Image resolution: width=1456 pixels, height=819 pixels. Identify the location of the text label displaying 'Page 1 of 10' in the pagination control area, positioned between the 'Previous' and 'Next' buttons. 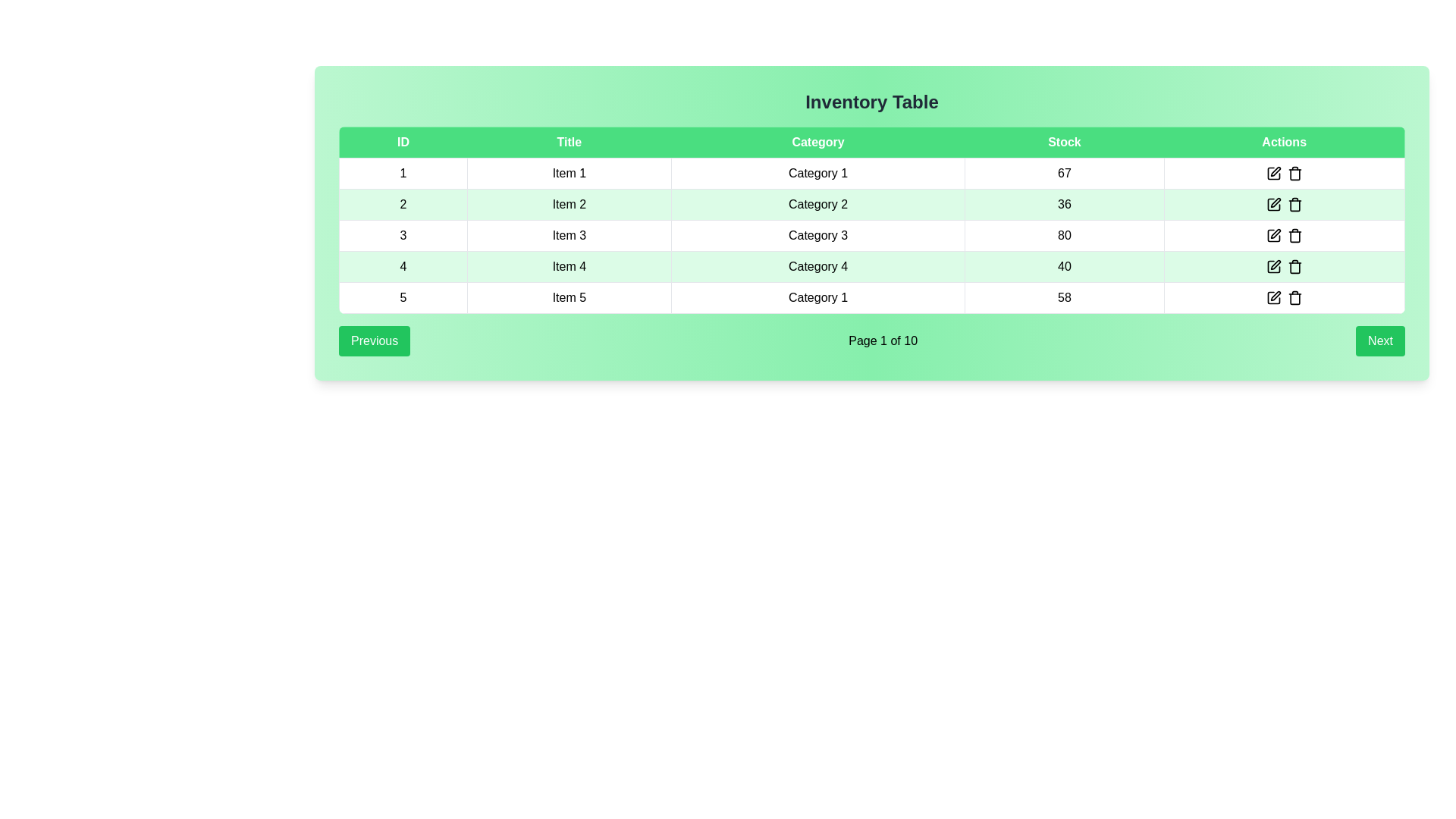
(883, 341).